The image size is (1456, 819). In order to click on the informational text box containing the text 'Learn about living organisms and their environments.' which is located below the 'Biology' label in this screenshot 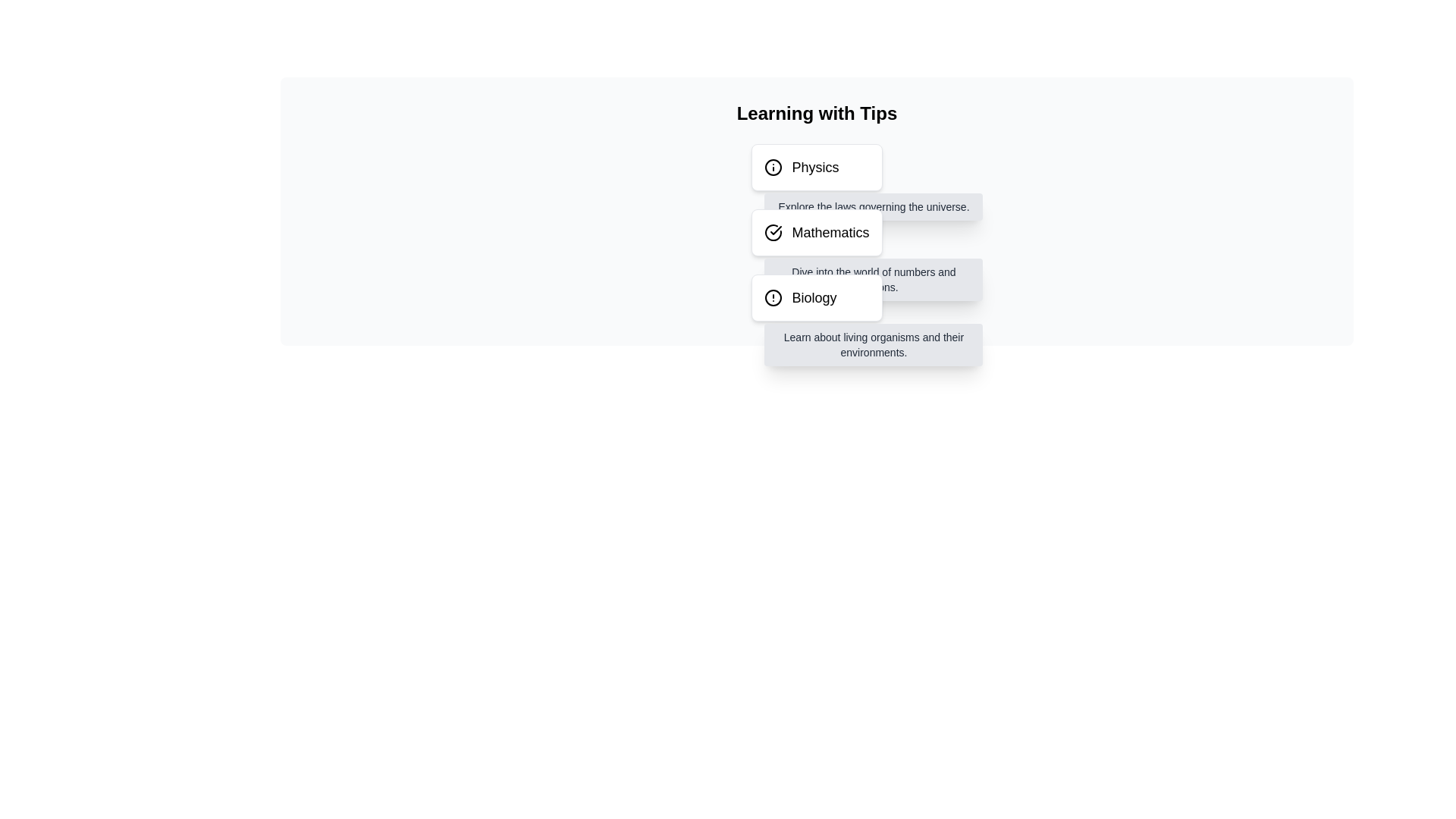, I will do `click(874, 345)`.